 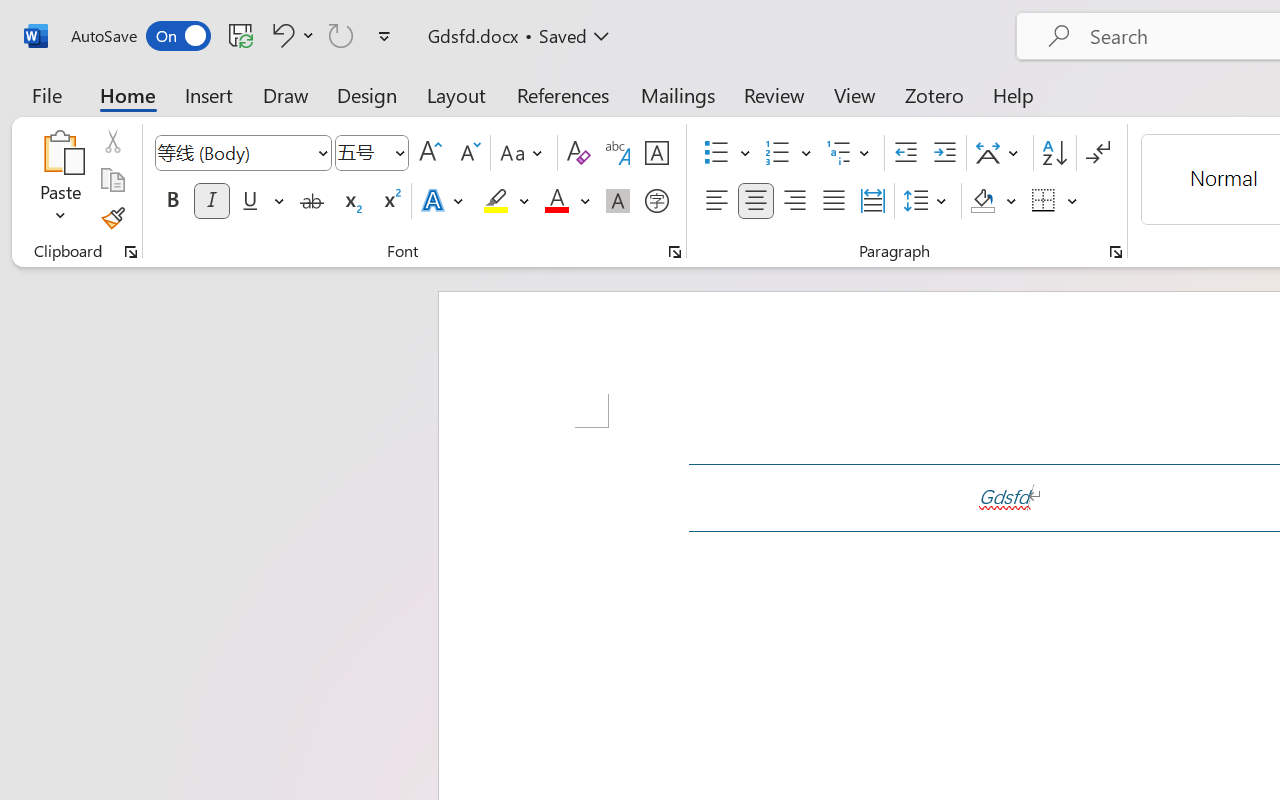 I want to click on 'Font...', so click(x=675, y=251).